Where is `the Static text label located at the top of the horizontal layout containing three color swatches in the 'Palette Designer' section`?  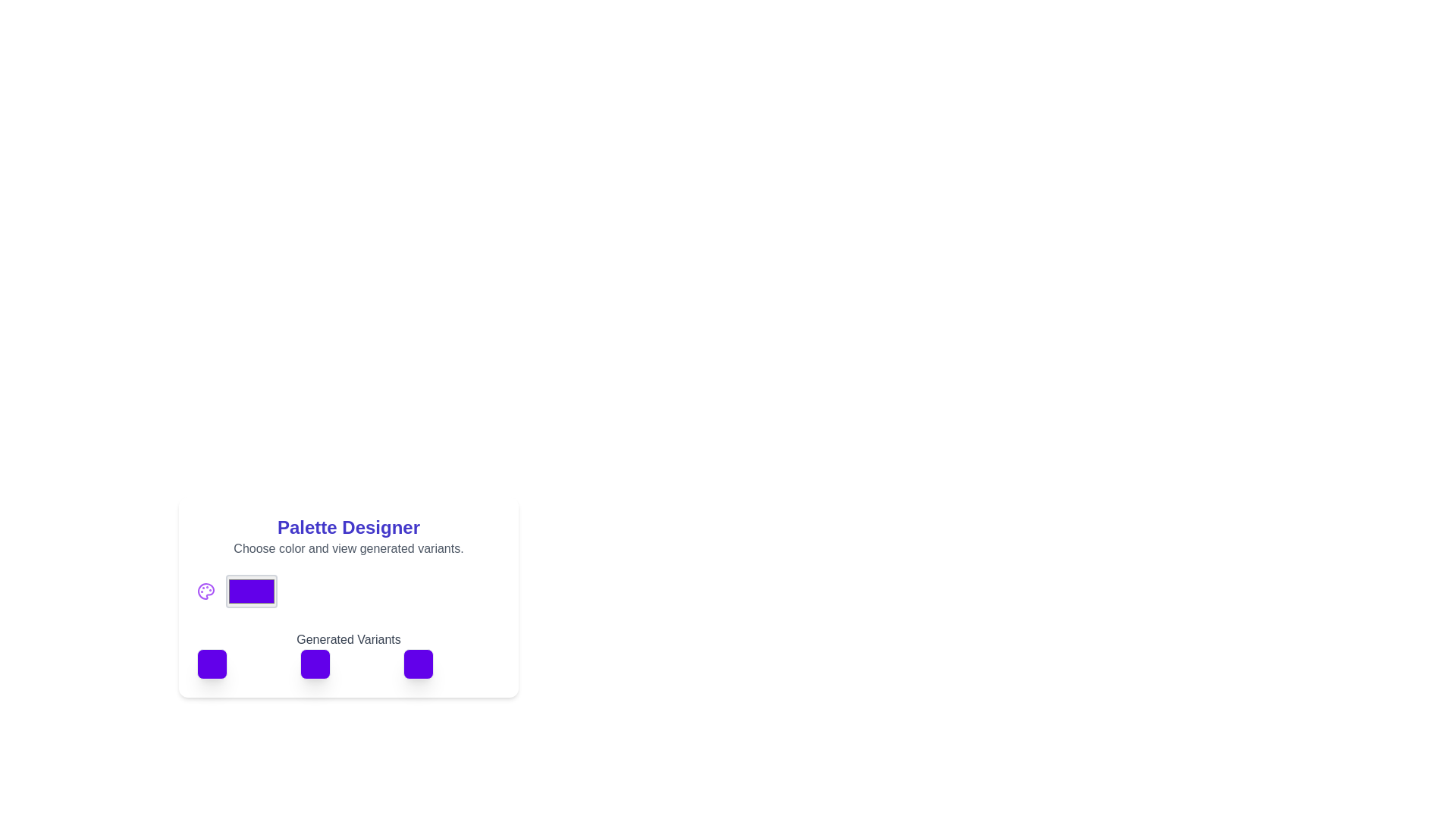 the Static text label located at the top of the horizontal layout containing three color swatches in the 'Palette Designer' section is located at coordinates (348, 648).